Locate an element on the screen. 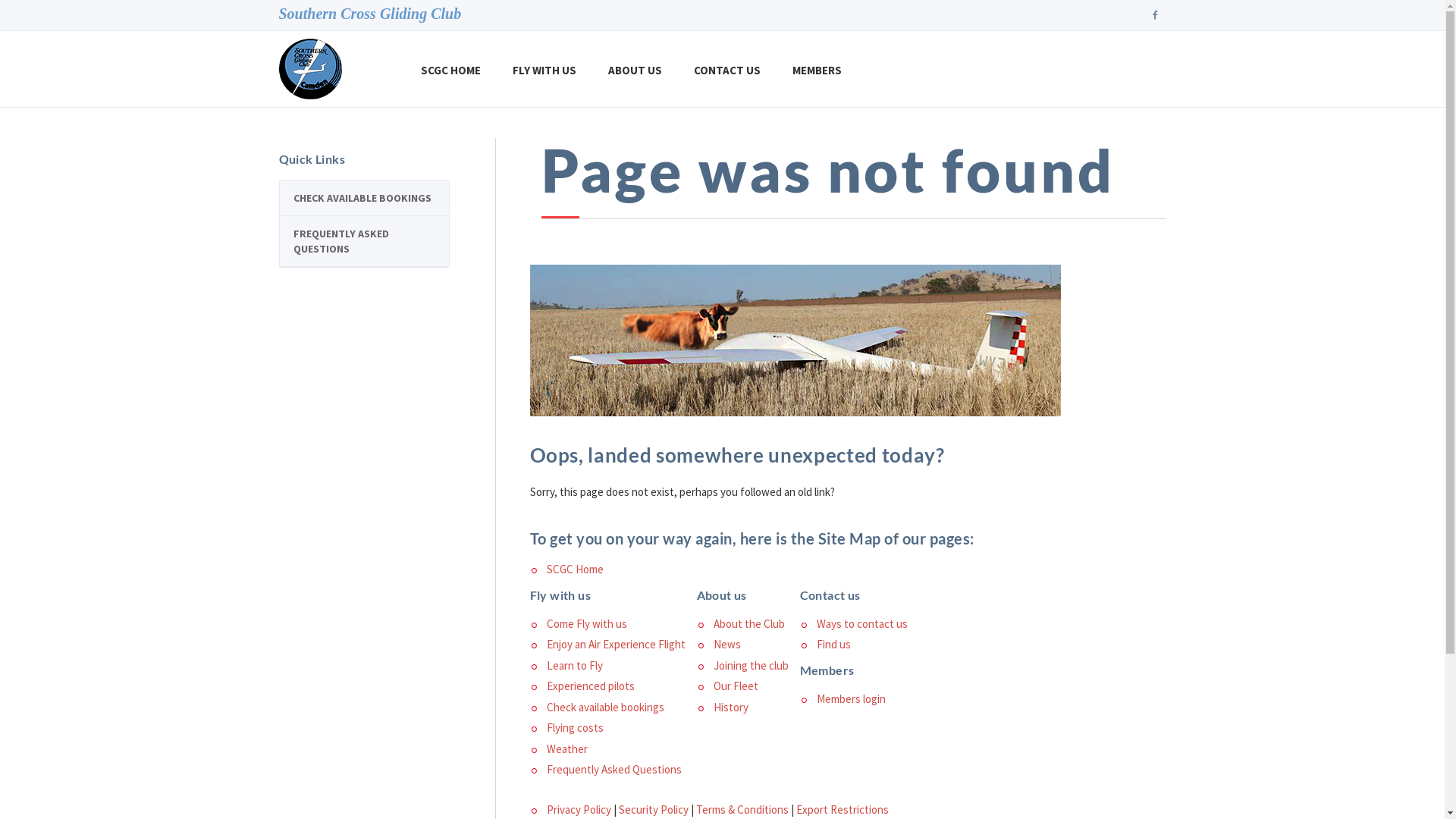 The height and width of the screenshot is (819, 1456). 'Ways to contact us' is located at coordinates (861, 623).